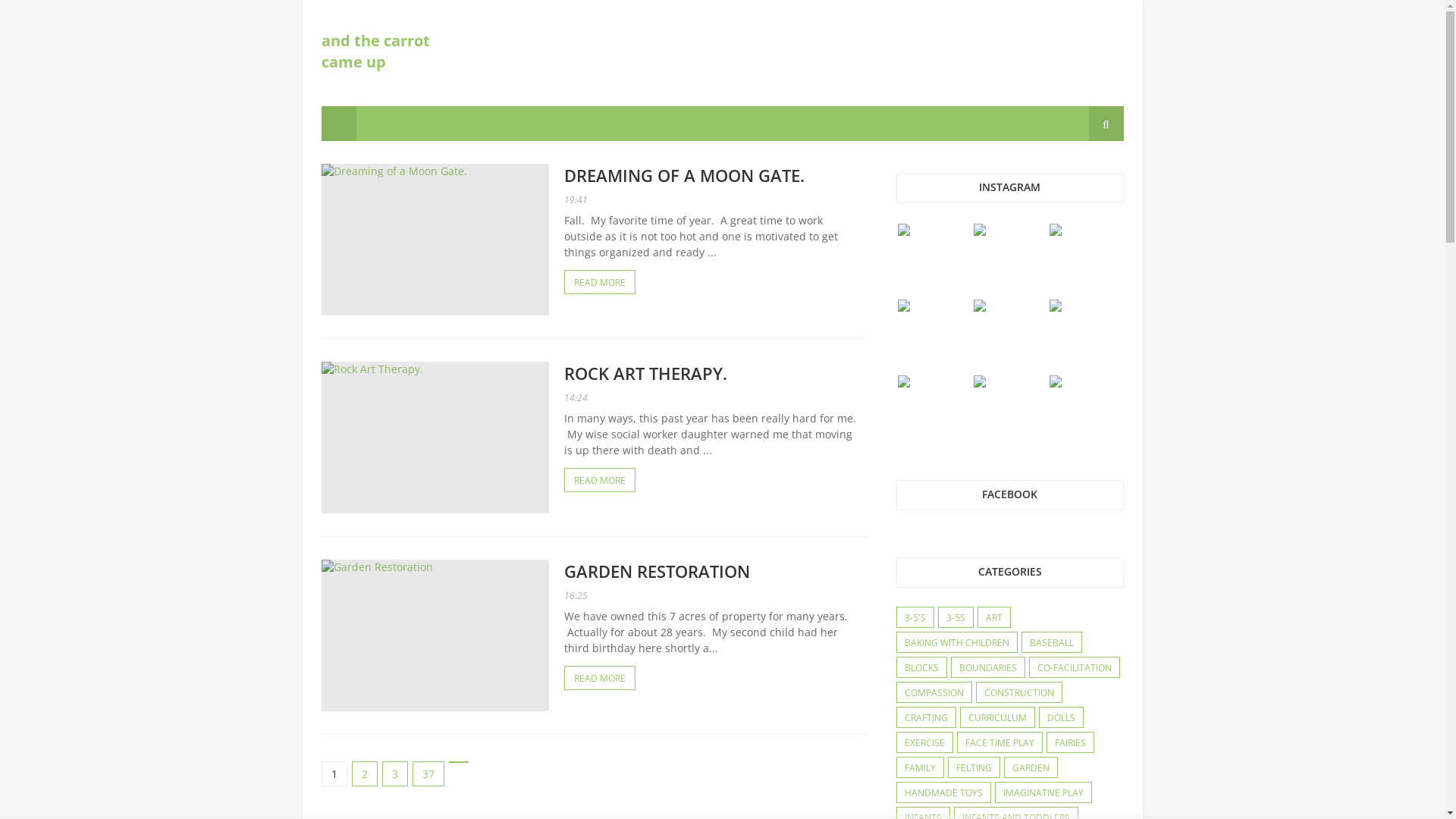  Describe the element at coordinates (364, 773) in the screenshot. I see `'2'` at that location.